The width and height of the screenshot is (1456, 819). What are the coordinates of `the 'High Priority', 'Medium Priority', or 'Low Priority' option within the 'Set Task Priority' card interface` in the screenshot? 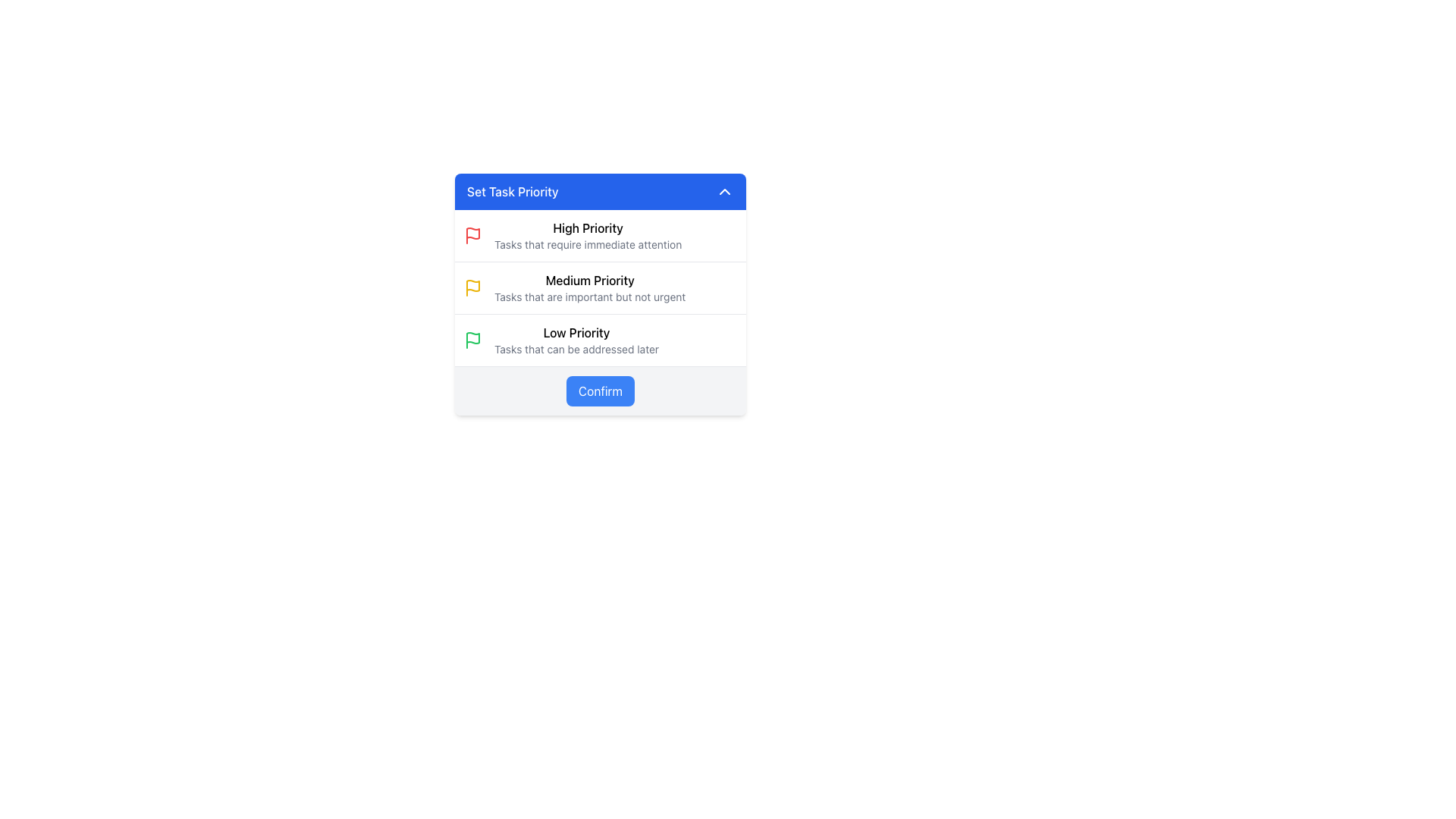 It's located at (600, 294).